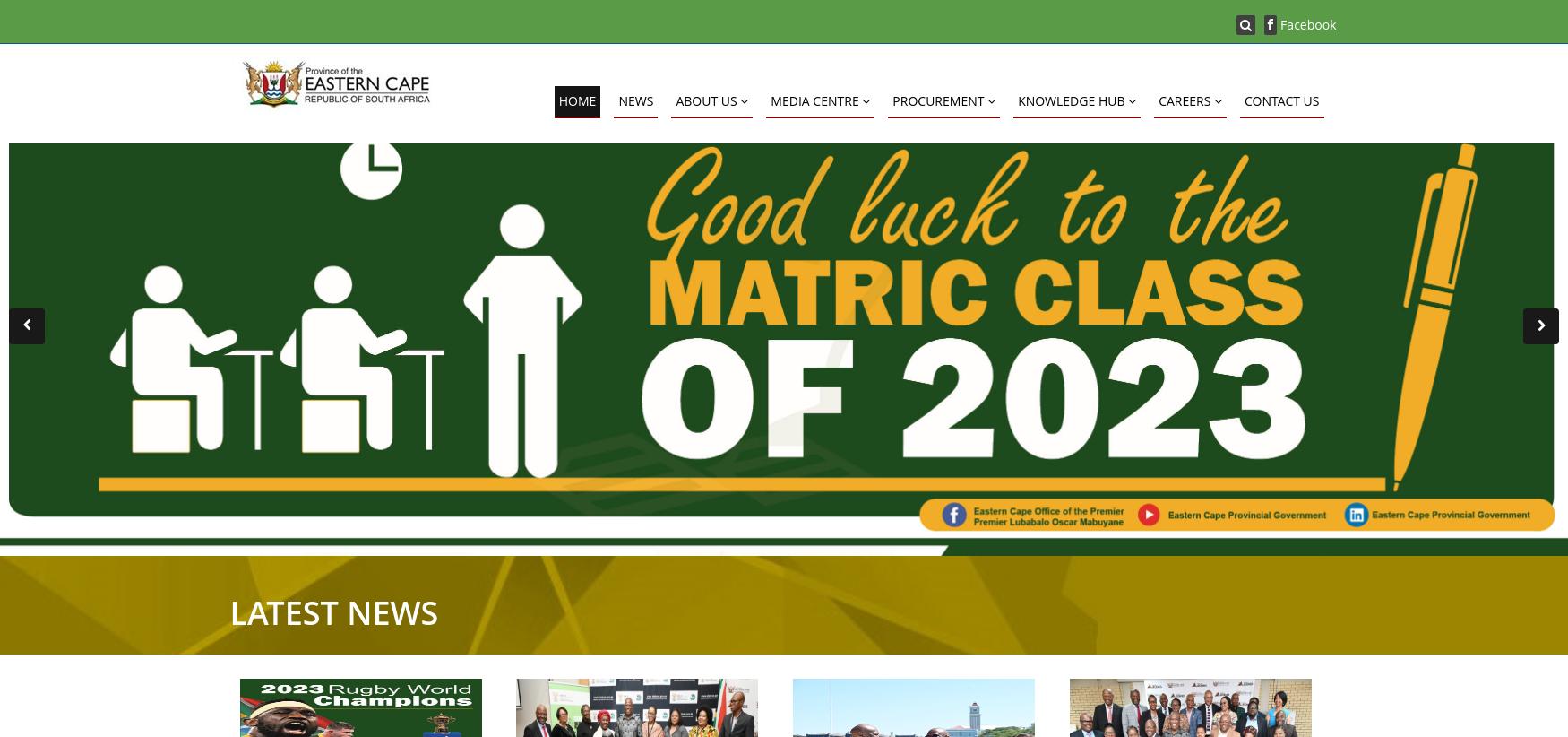 The width and height of the screenshot is (1568, 737). What do you see at coordinates (1305, 23) in the screenshot?
I see `'Facebook'` at bounding box center [1305, 23].